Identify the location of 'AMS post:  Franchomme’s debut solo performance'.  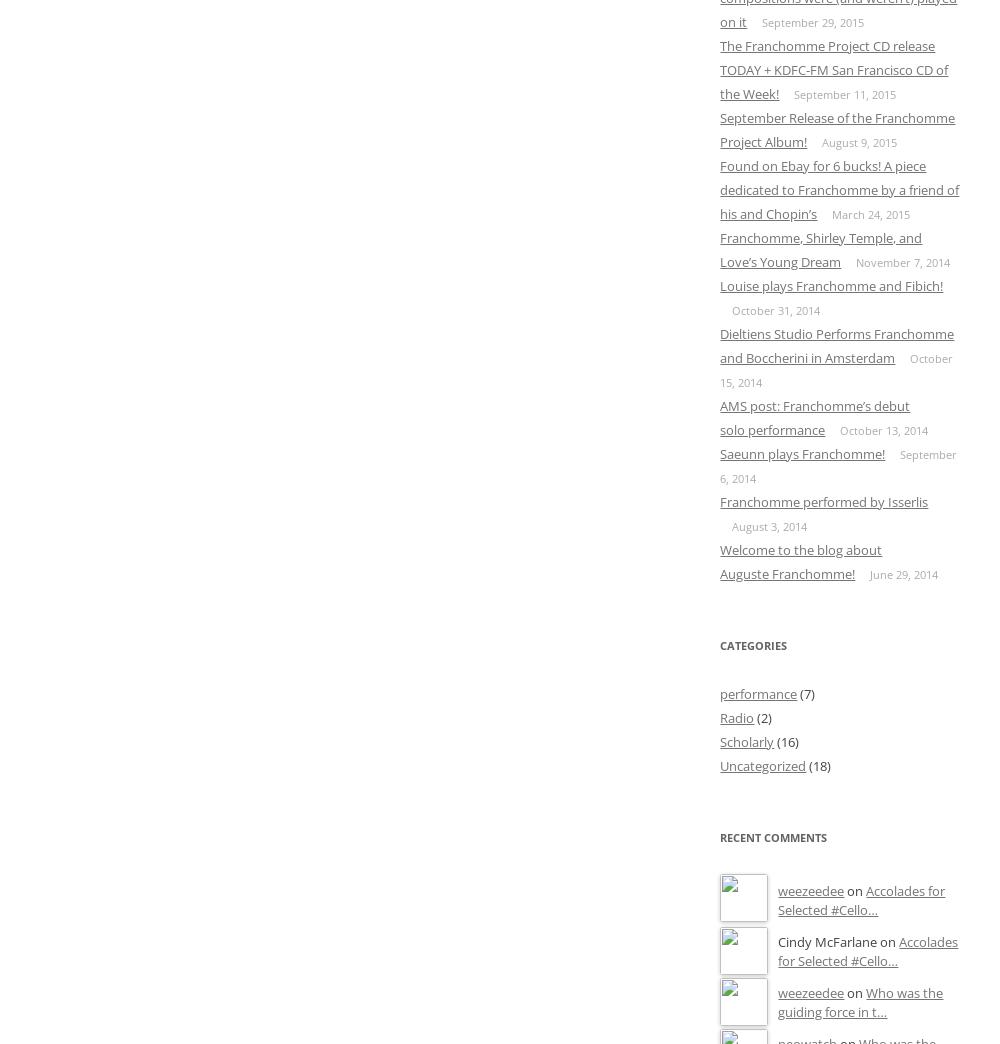
(719, 415).